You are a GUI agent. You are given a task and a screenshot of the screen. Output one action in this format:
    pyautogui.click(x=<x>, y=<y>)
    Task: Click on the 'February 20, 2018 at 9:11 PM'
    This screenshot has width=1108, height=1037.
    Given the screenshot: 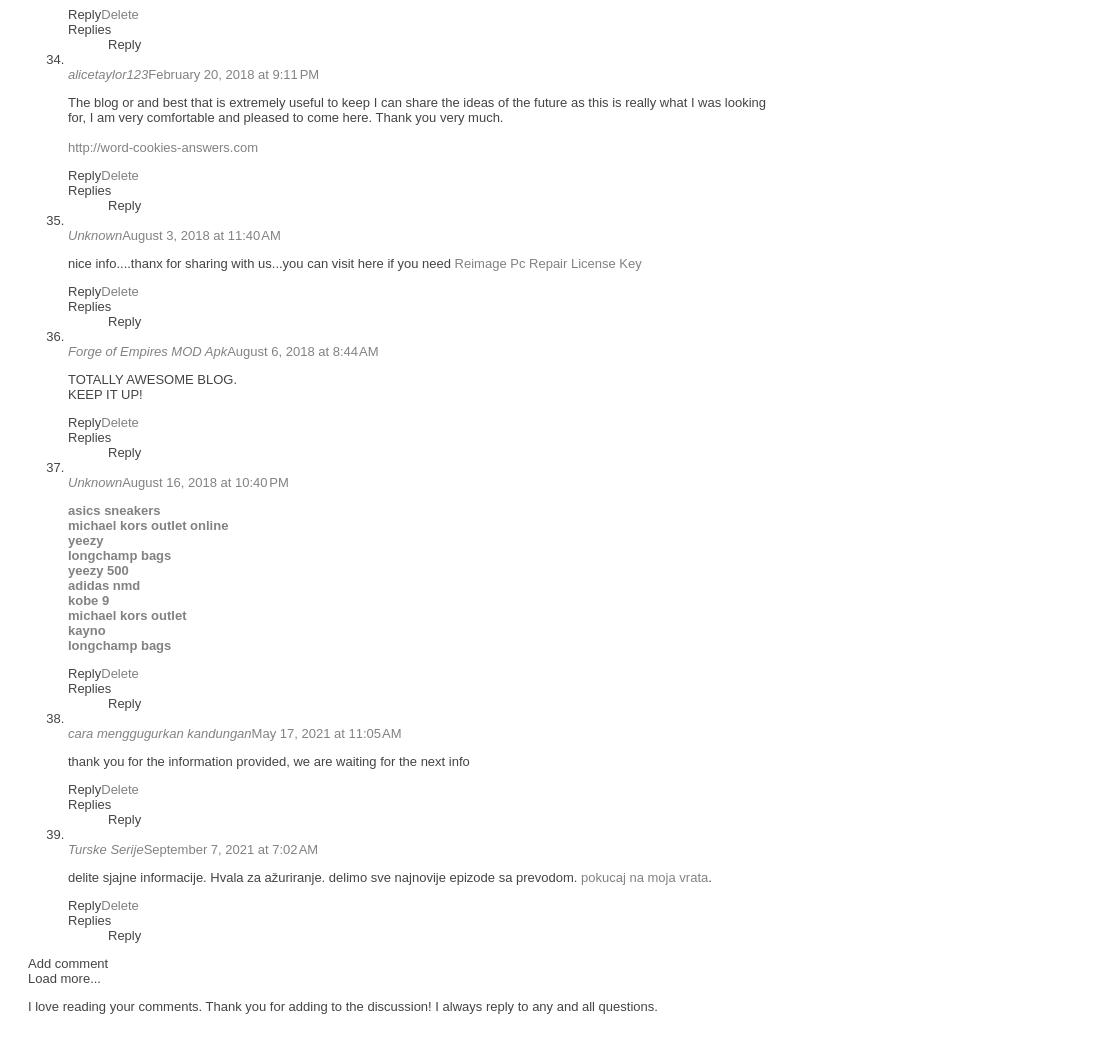 What is the action you would take?
    pyautogui.click(x=232, y=73)
    